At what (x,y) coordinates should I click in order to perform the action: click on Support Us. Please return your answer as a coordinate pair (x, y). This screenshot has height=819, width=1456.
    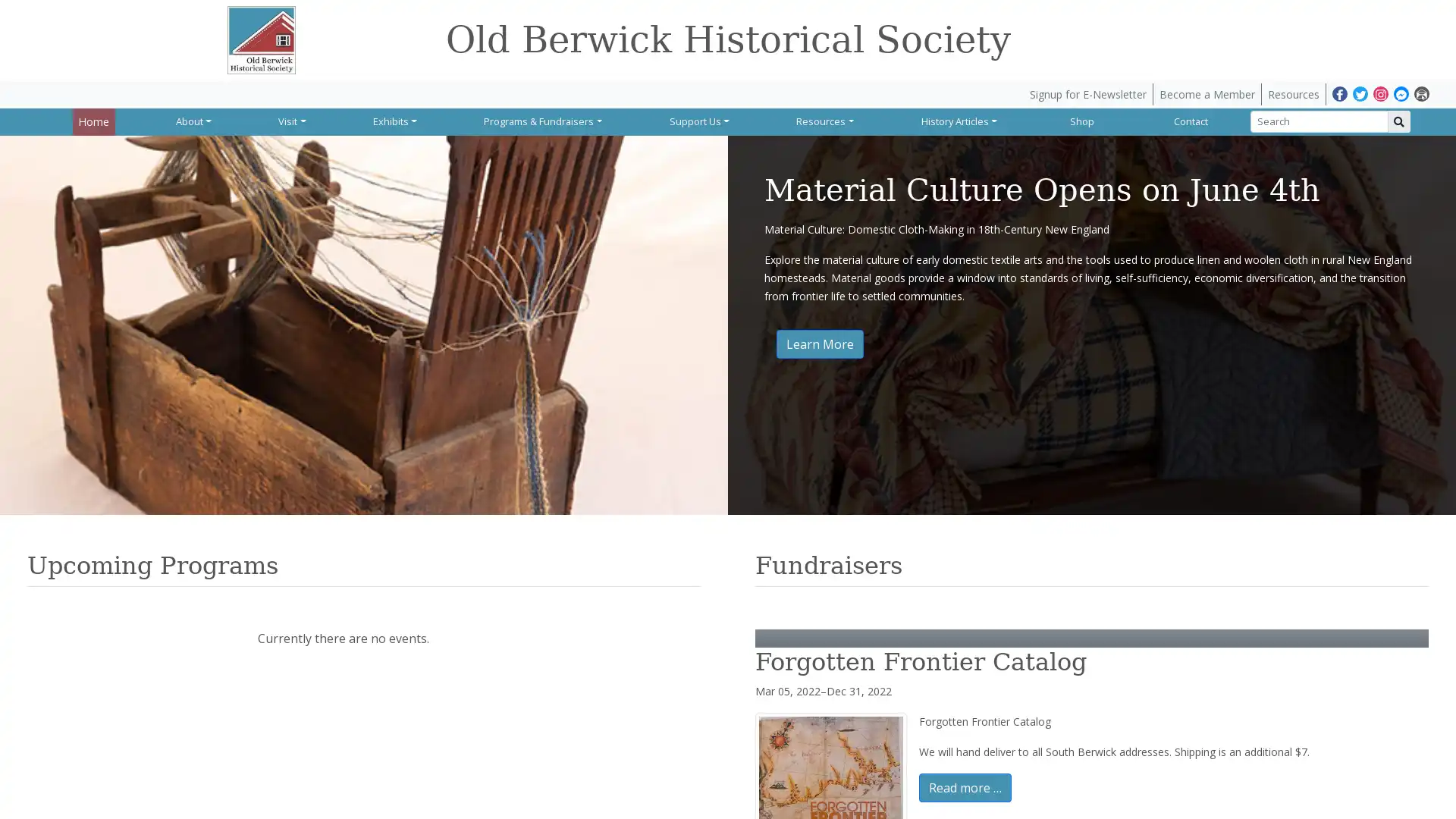
    Looking at the image, I should click on (698, 120).